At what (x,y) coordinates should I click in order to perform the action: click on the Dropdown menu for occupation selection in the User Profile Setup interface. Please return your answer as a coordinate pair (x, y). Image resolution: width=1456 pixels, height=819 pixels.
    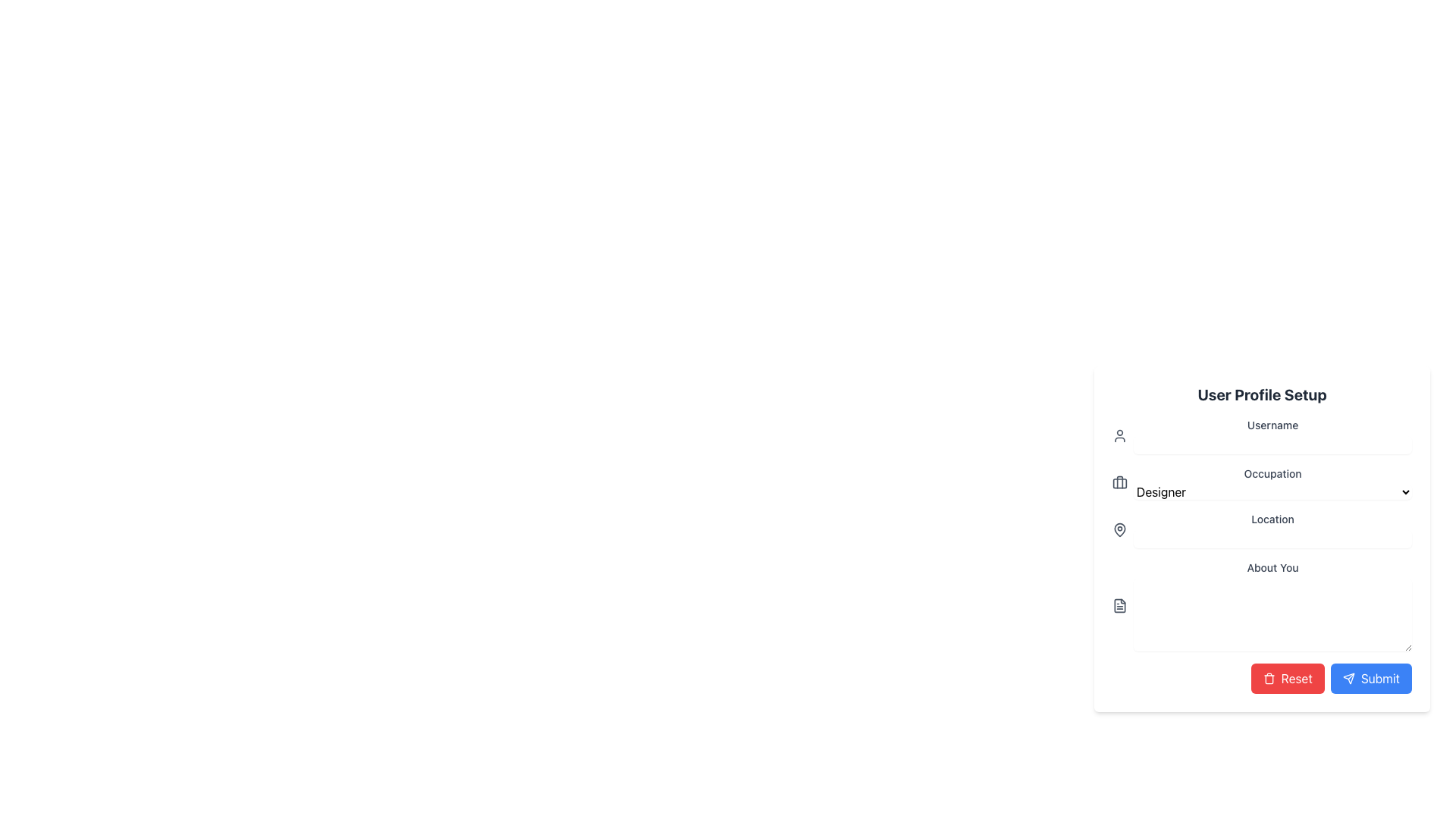
    Looking at the image, I should click on (1262, 482).